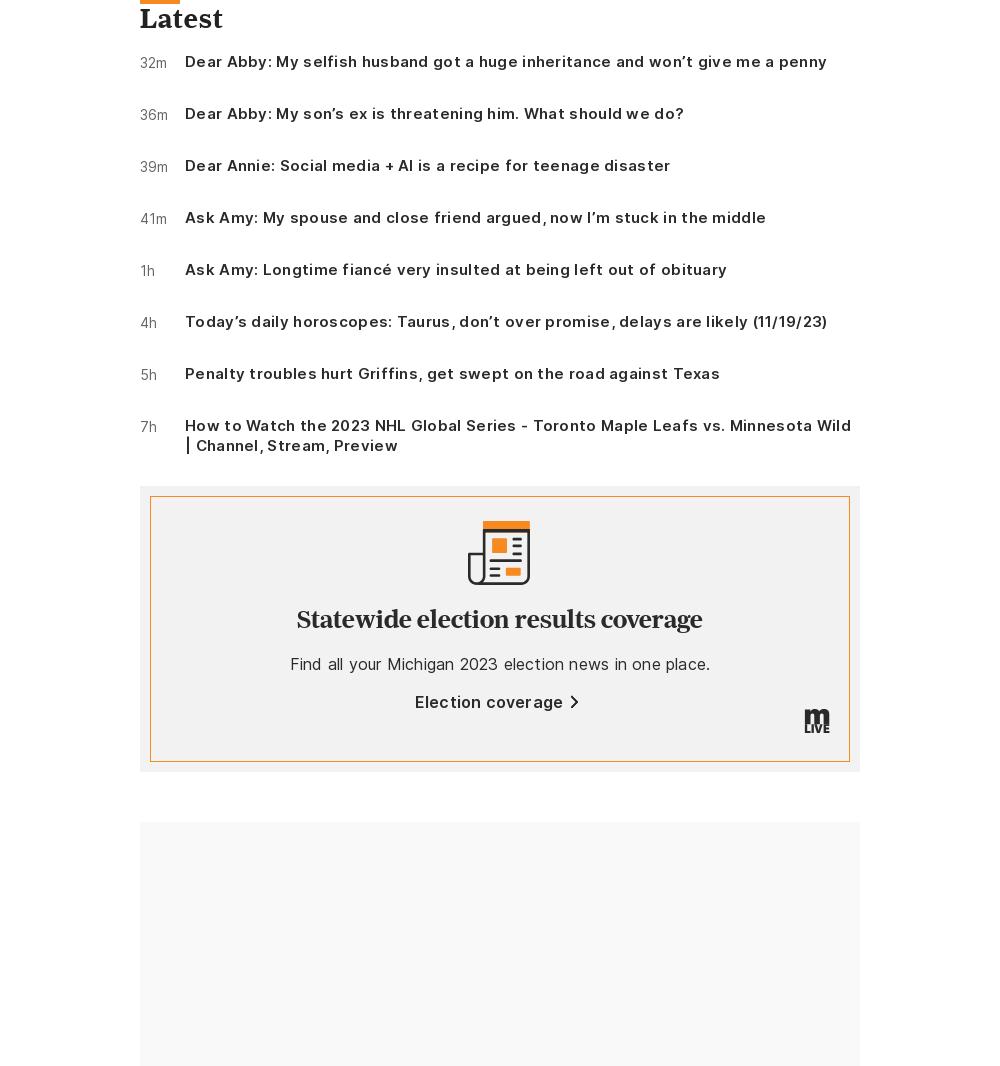  What do you see at coordinates (154, 165) in the screenshot?
I see `'39m'` at bounding box center [154, 165].